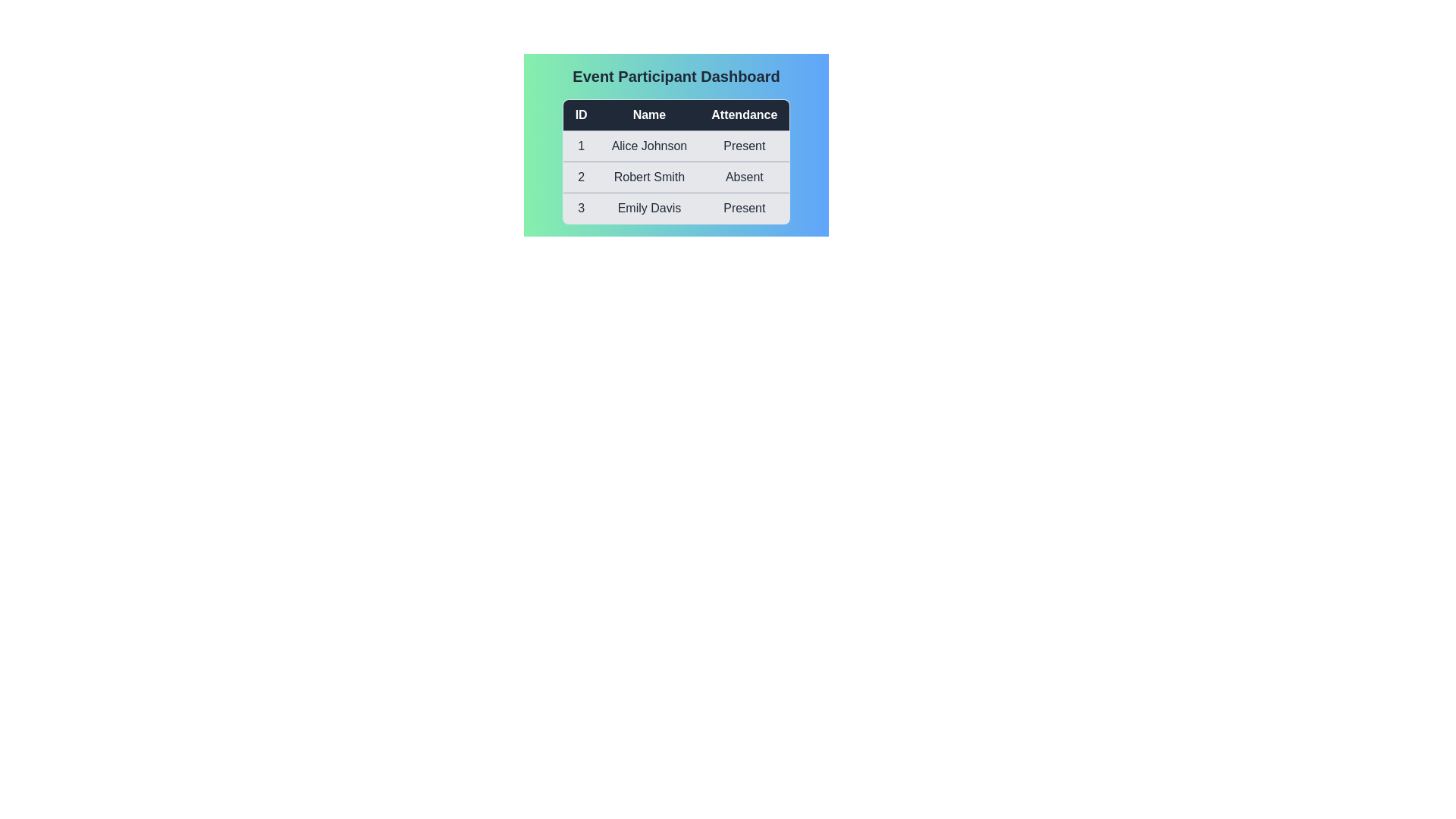  What do you see at coordinates (676, 146) in the screenshot?
I see `text from the first row of the table, which contains the ID '1', Name 'Alice Johnson', and Attendance 'Present'` at bounding box center [676, 146].